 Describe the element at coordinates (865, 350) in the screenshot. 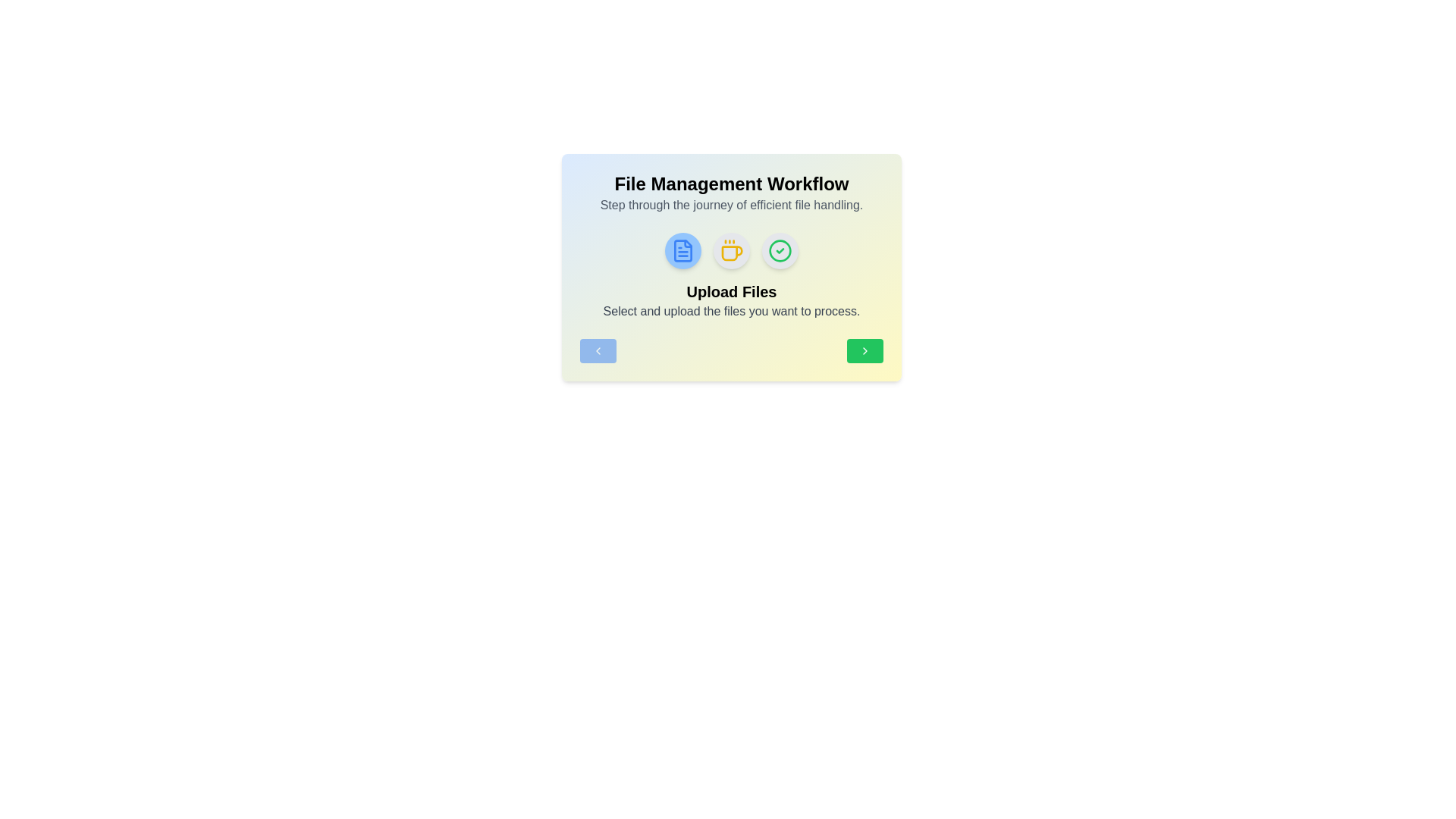

I see `navigation button to move to the next step` at that location.